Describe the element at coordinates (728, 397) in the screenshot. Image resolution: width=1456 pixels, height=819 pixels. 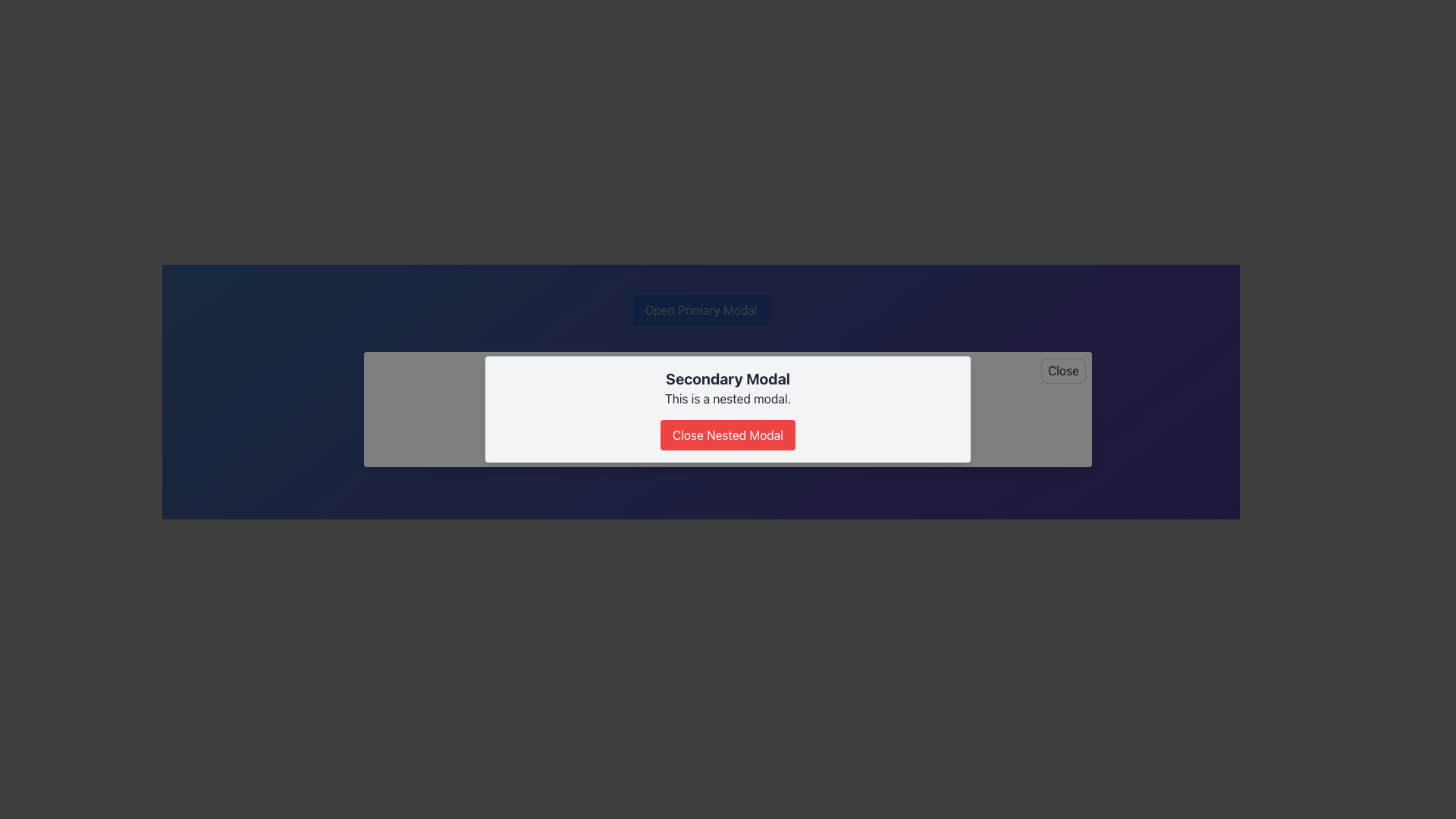
I see `description displayed in the text label located beneath the title 'Secondary Modal' and above the button 'Close Nested Modal'` at that location.